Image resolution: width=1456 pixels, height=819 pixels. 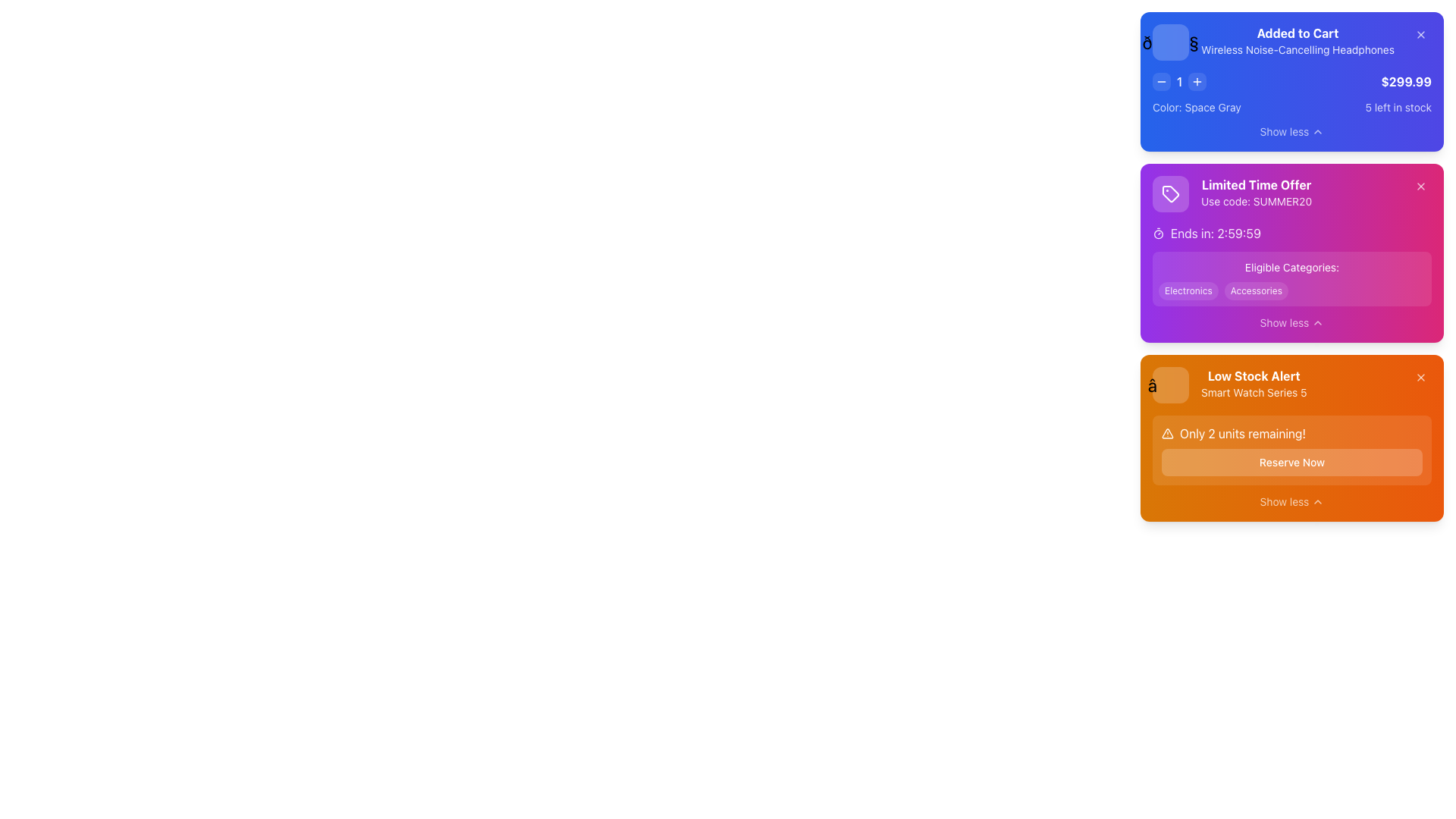 What do you see at coordinates (1229, 384) in the screenshot?
I see `informational notification text label indicating a low stock alert for 'Smart Watch Series 5', which is located in a notification box with an orange background` at bounding box center [1229, 384].